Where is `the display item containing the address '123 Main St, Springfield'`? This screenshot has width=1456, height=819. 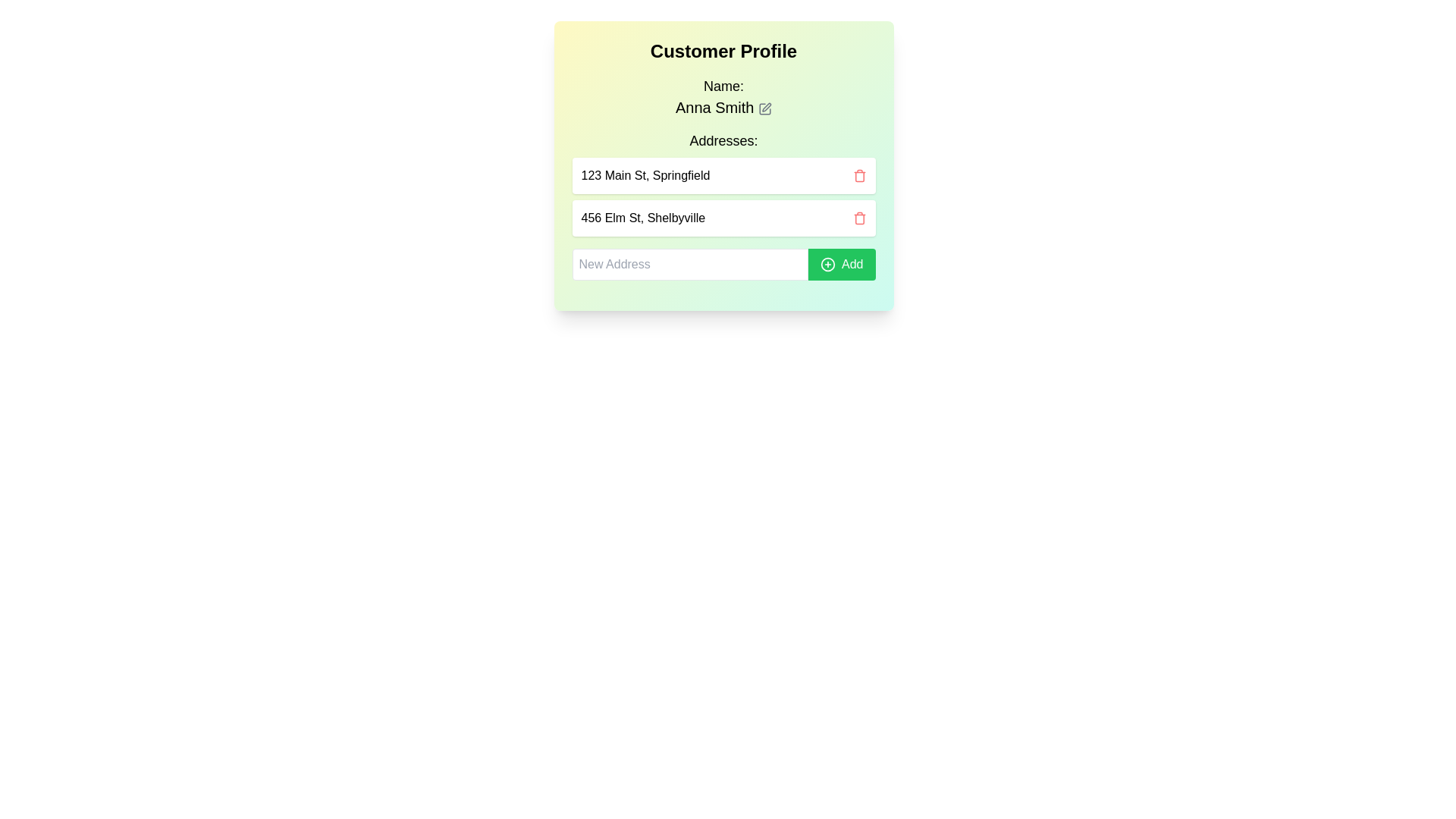 the display item containing the address '123 Main St, Springfield' is located at coordinates (723, 174).